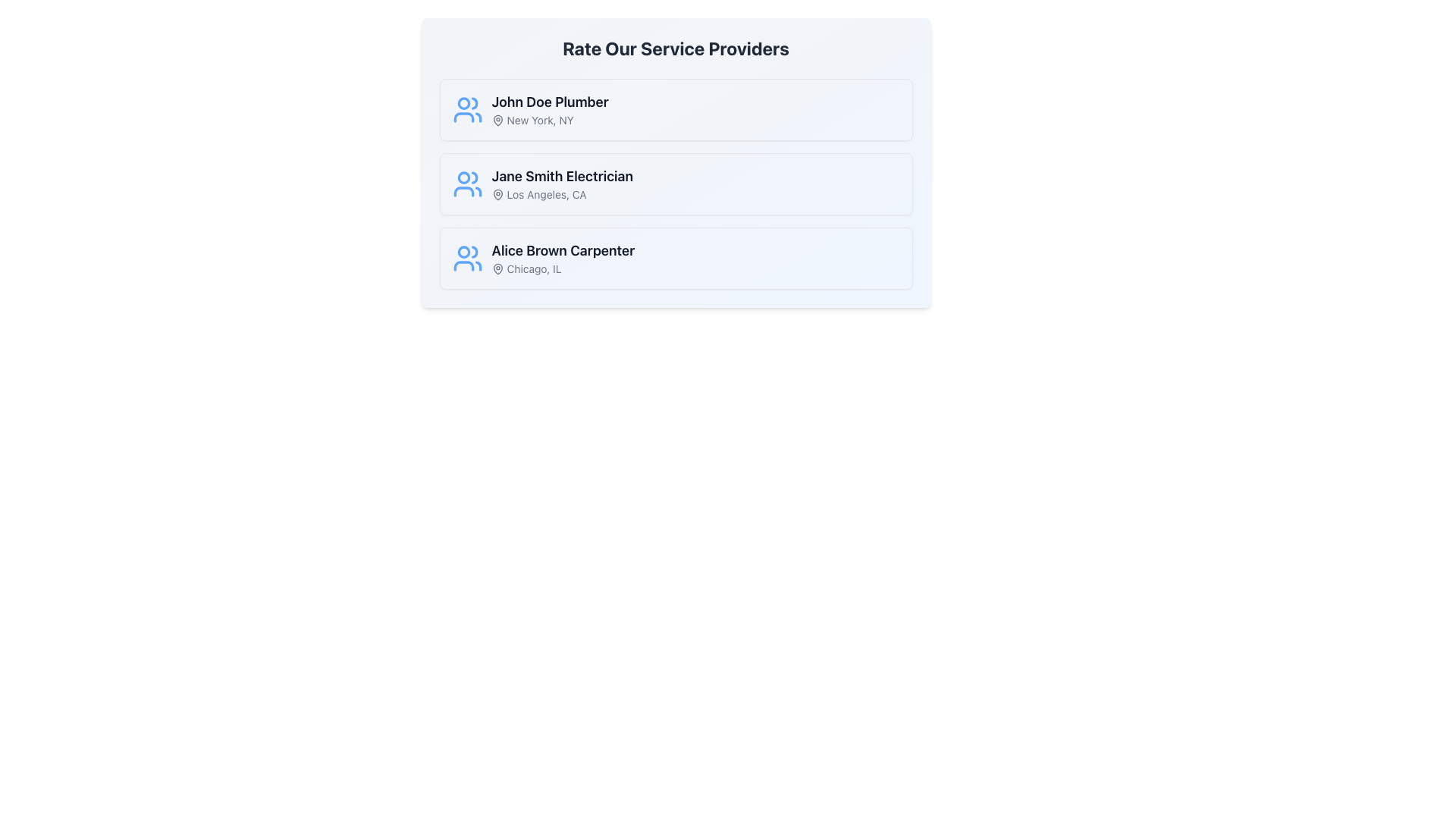 The height and width of the screenshot is (819, 1456). What do you see at coordinates (497, 119) in the screenshot?
I see `the location icon positioned to the left of the text 'New York, NY' in the first row of entries` at bounding box center [497, 119].